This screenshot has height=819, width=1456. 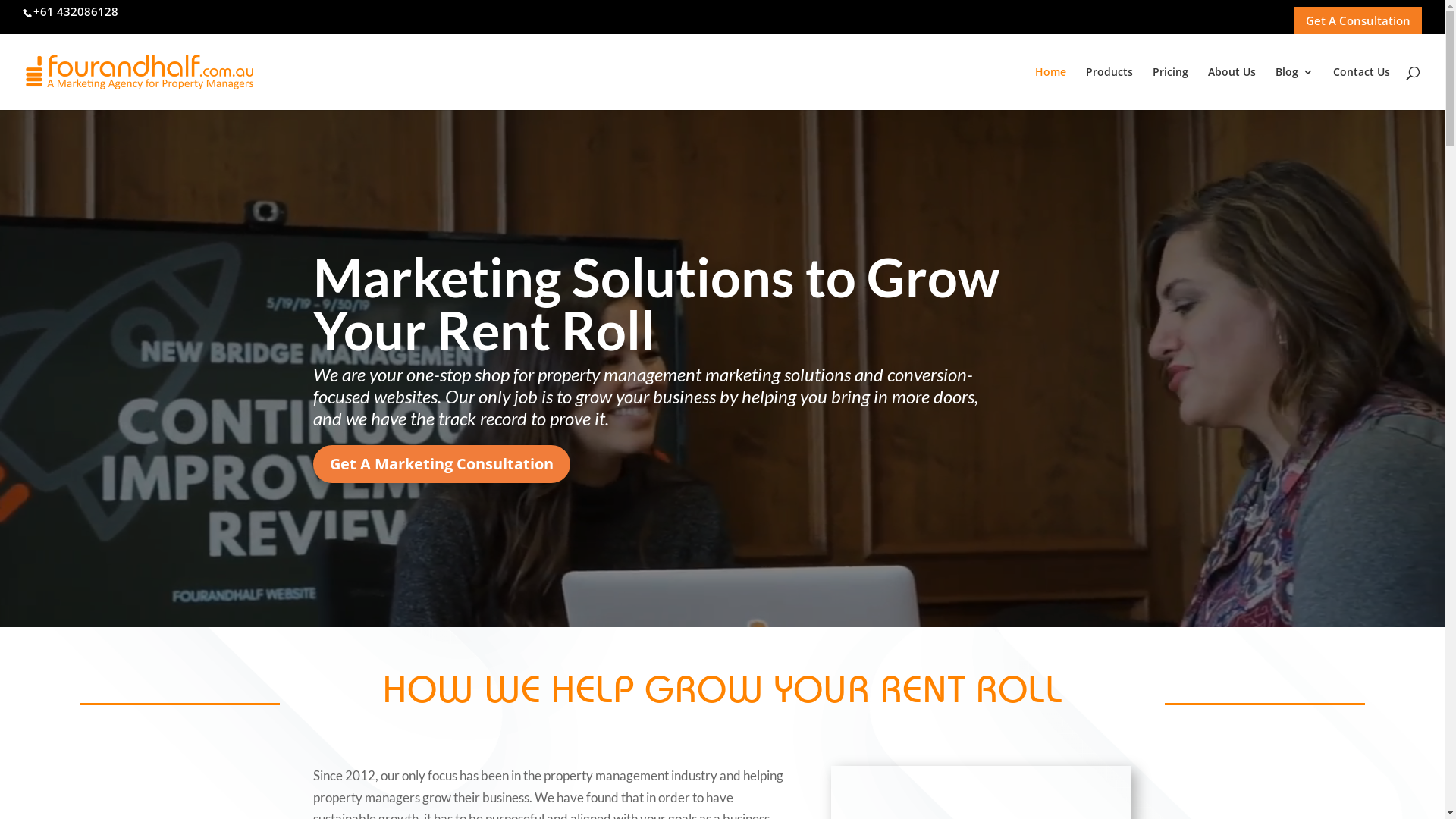 I want to click on 'Get A Marketing Consultation', so click(x=440, y=463).